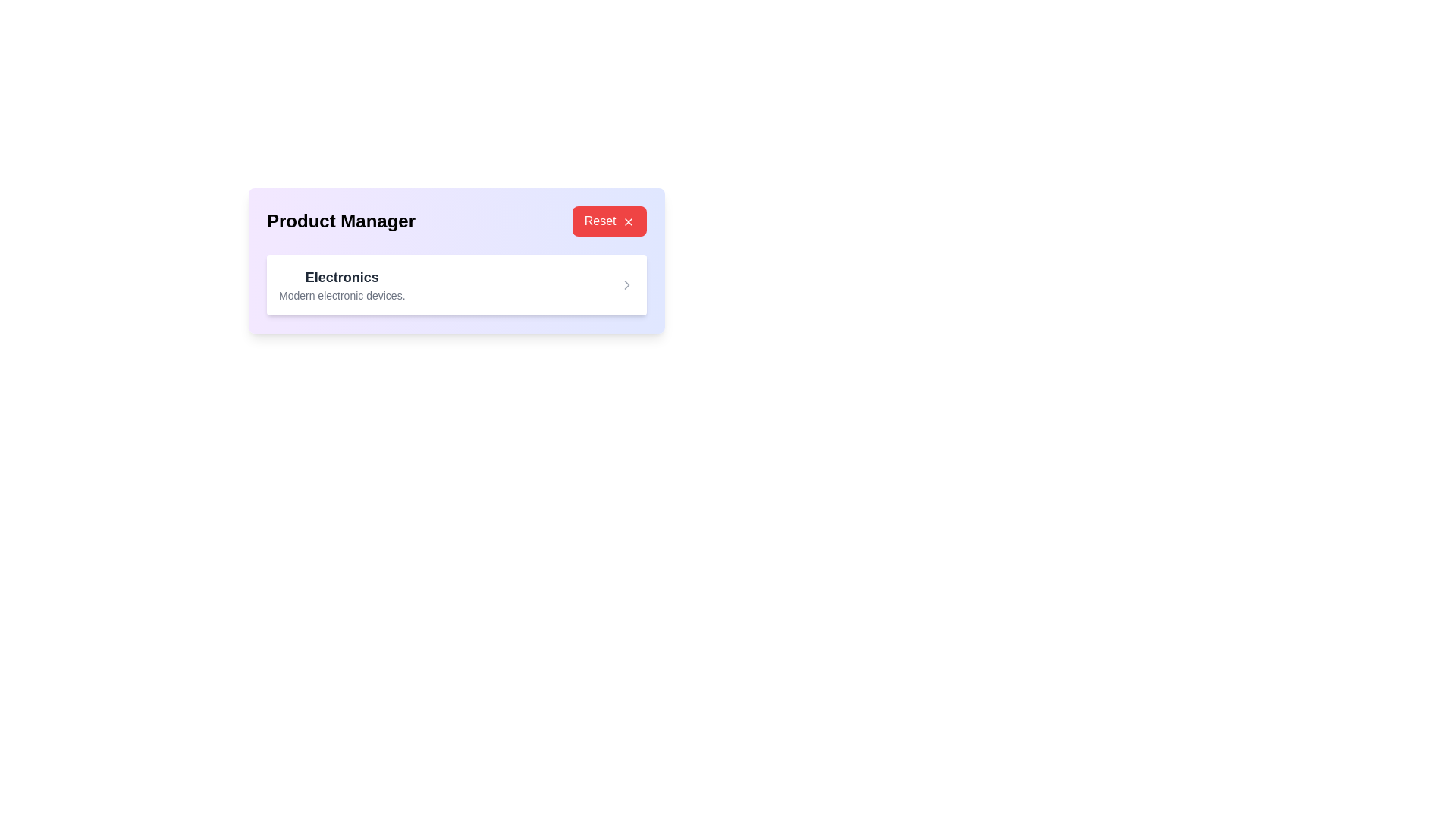 This screenshot has height=819, width=1456. Describe the element at coordinates (629, 221) in the screenshot. I see `the red 'X' icon with white strokes located next to the 'Reset' label in the upper-right corner of the 'Product Manager' card` at that location.